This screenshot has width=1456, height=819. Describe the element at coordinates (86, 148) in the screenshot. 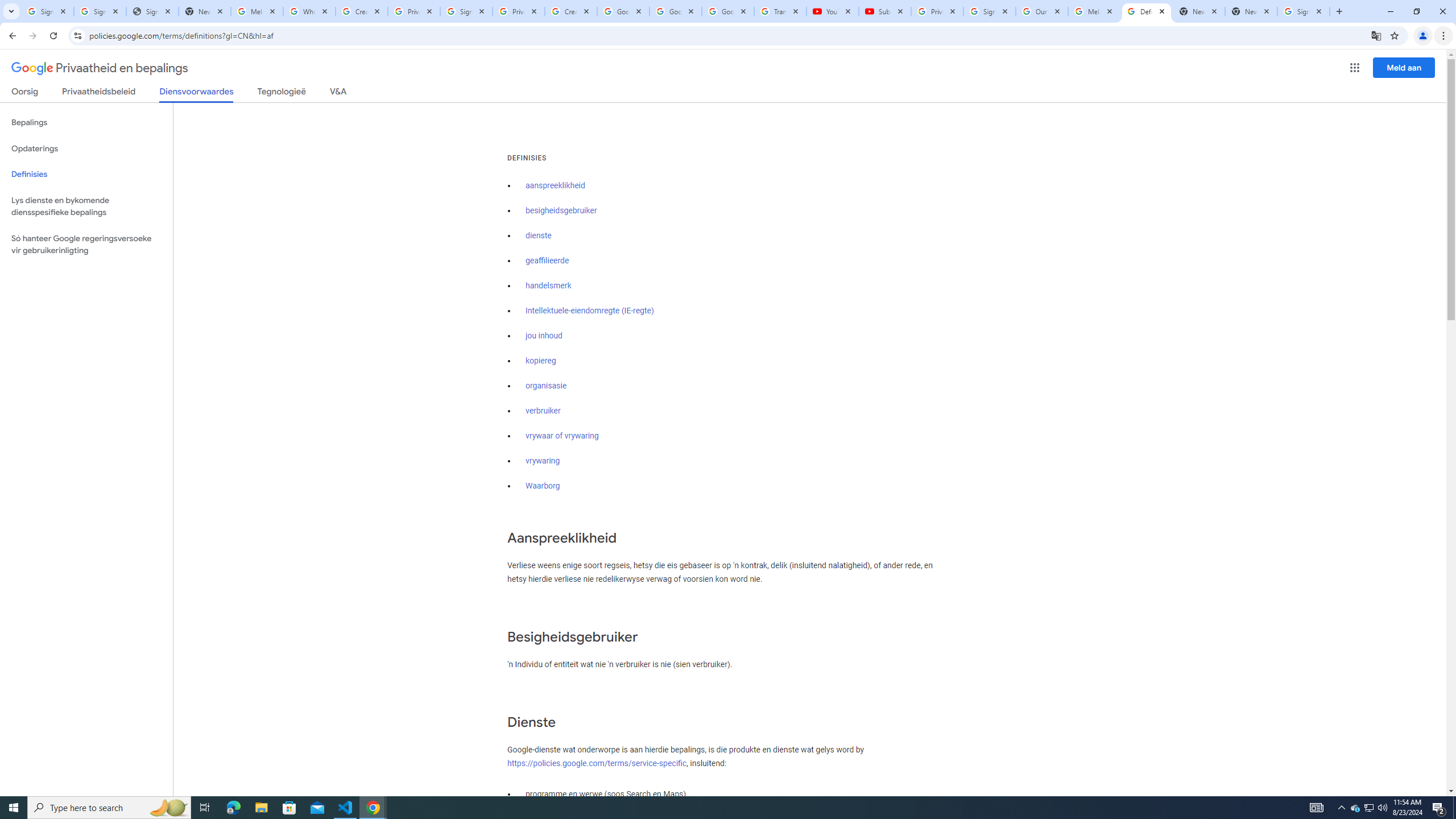

I see `'Opdaterings'` at that location.